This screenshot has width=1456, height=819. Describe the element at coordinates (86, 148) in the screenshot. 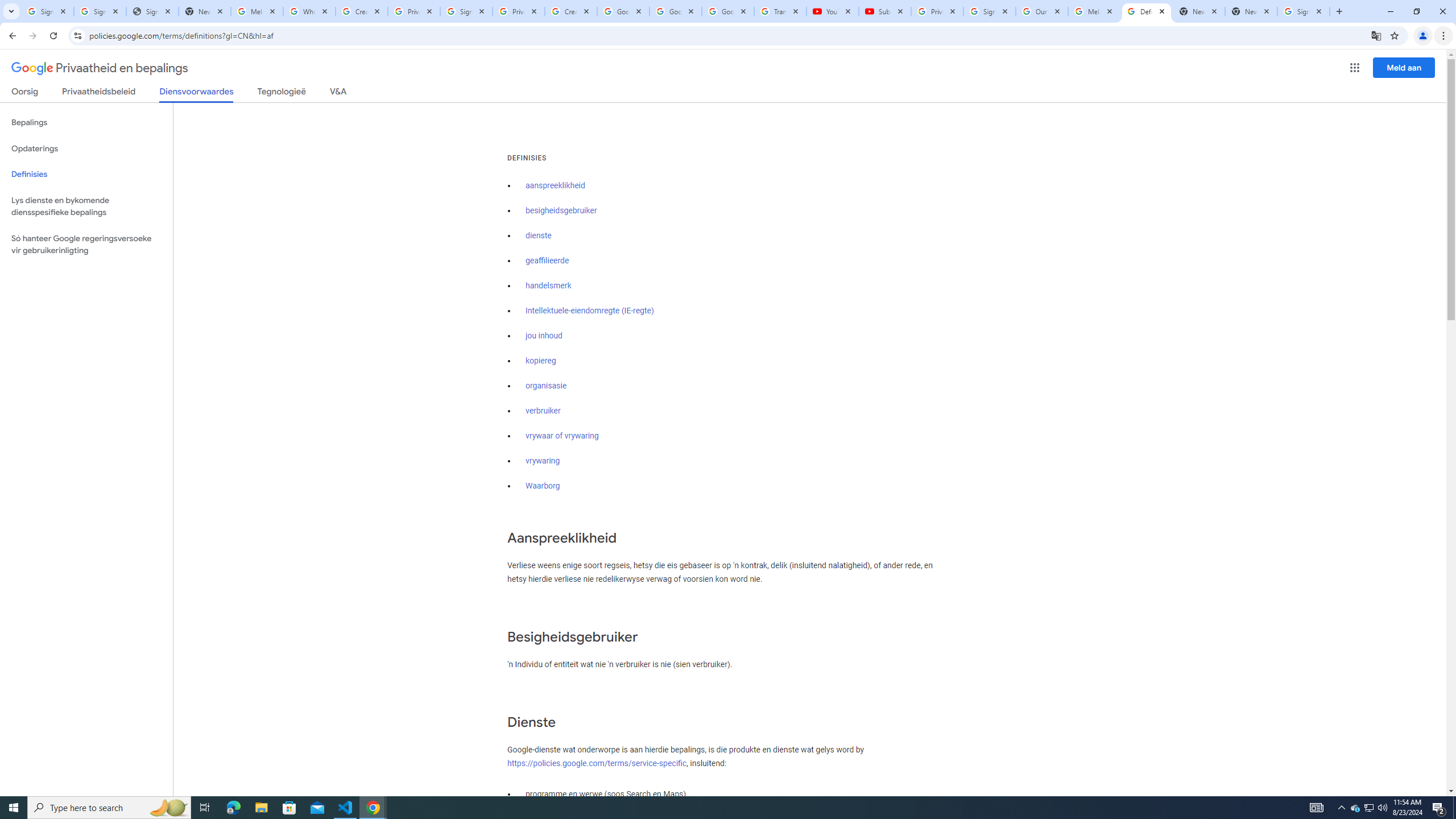

I see `'Opdaterings'` at that location.